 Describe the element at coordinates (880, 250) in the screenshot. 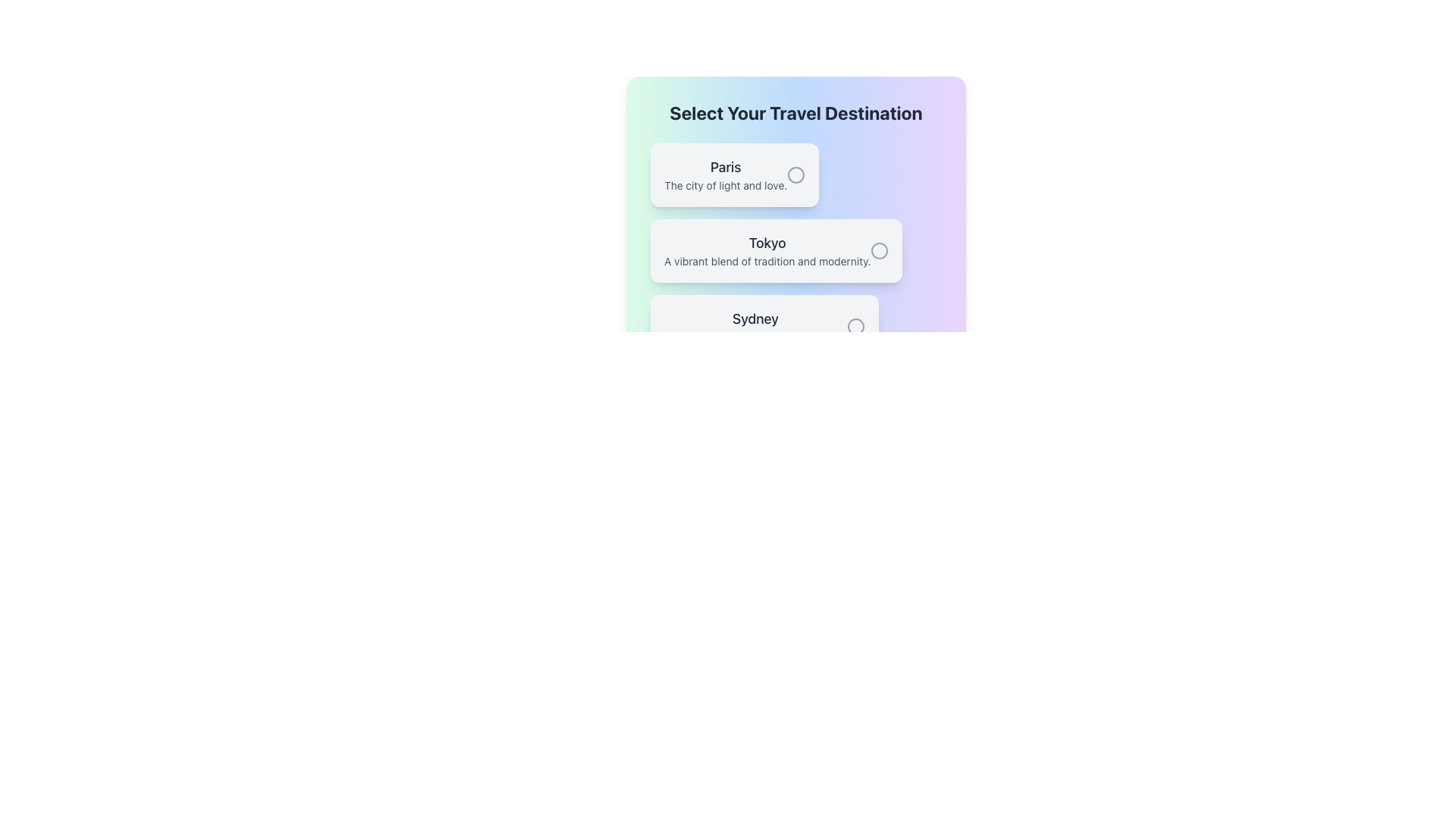

I see `the circular radio button with a grey outline located to the right of the text block describing 'Tokyo'` at that location.